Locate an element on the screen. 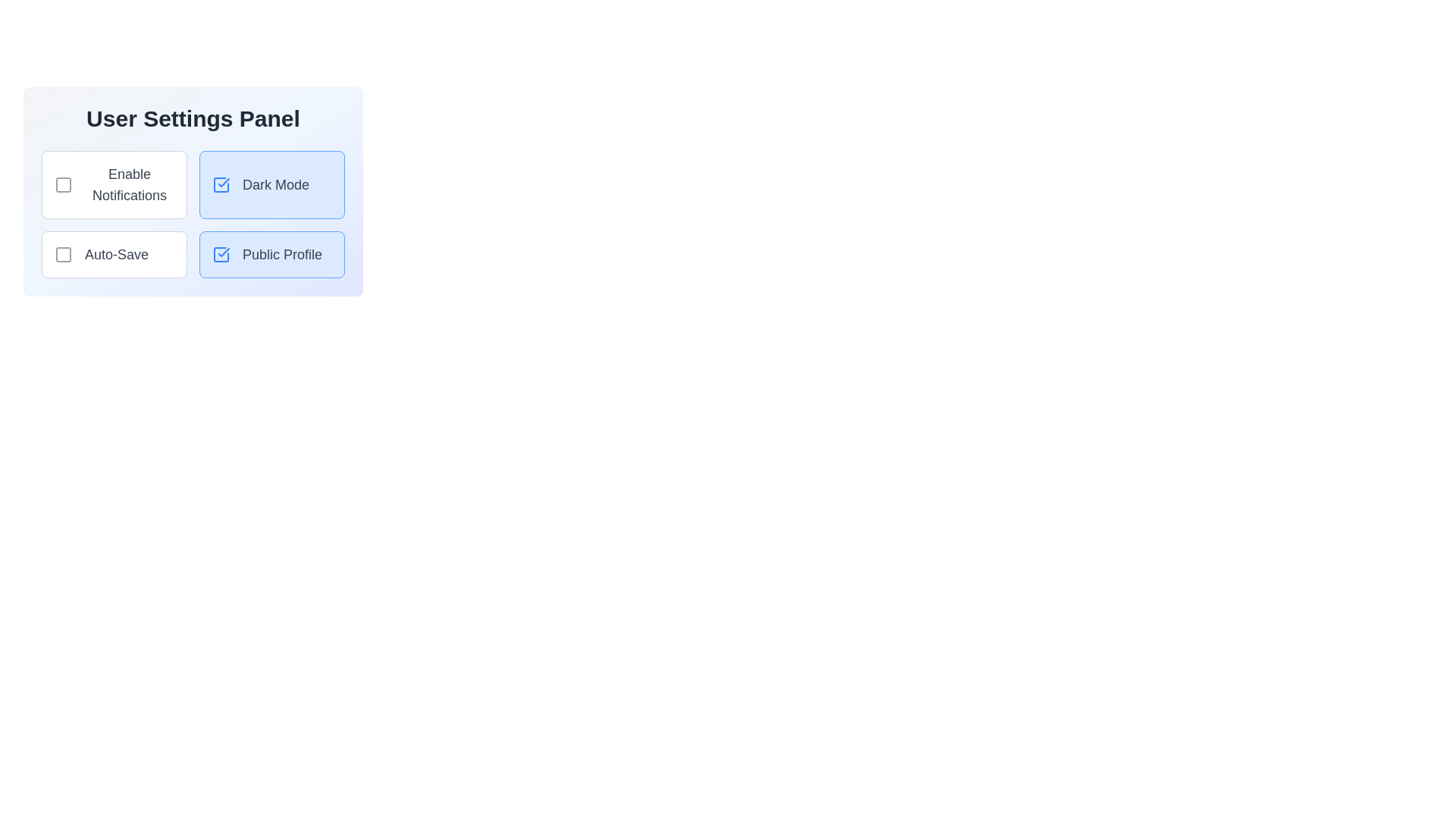  the toggle button for 'Dark Mode' is located at coordinates (272, 184).